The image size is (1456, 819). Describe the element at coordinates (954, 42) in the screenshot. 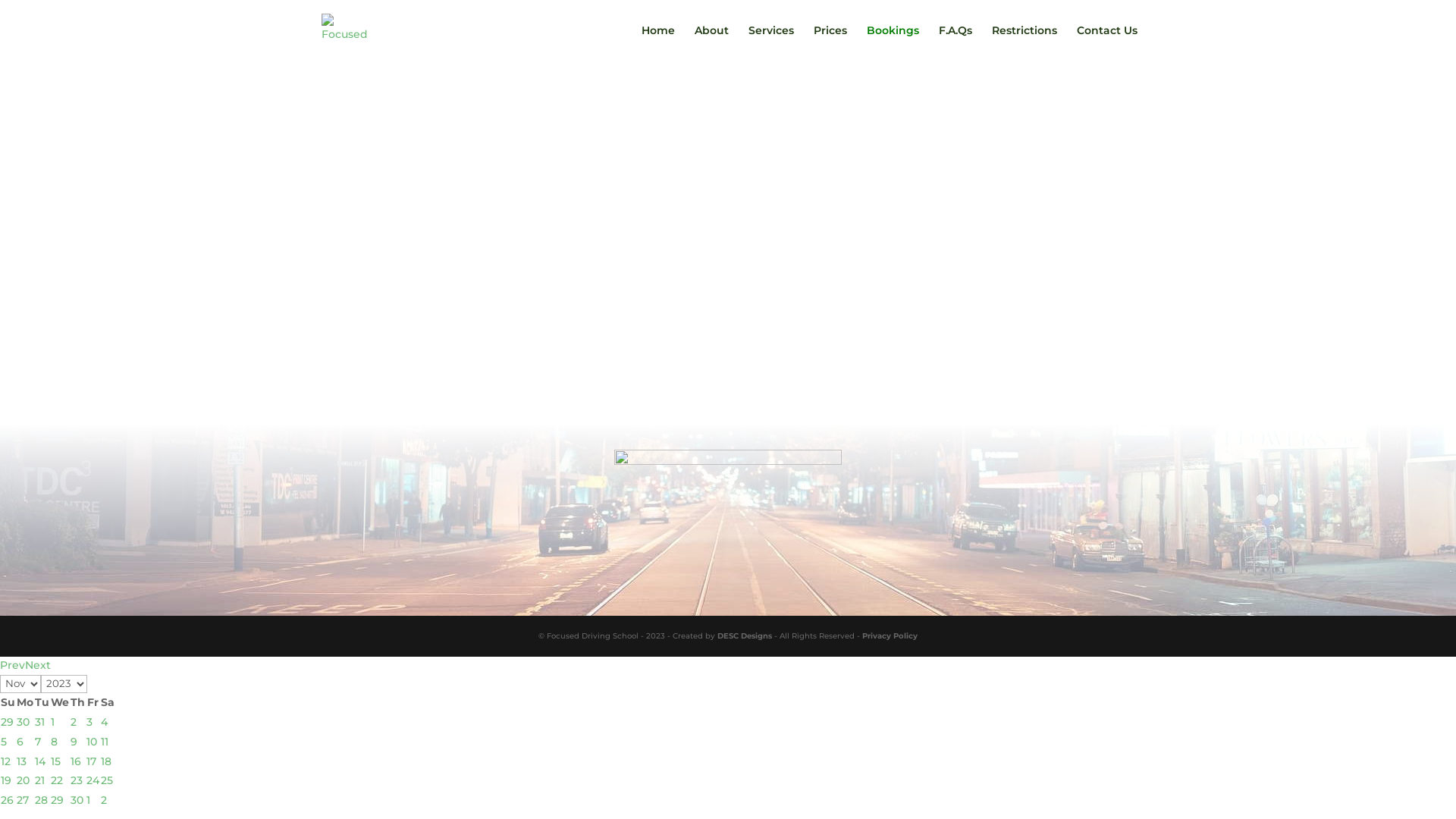

I see `'F.A.Qs'` at that location.